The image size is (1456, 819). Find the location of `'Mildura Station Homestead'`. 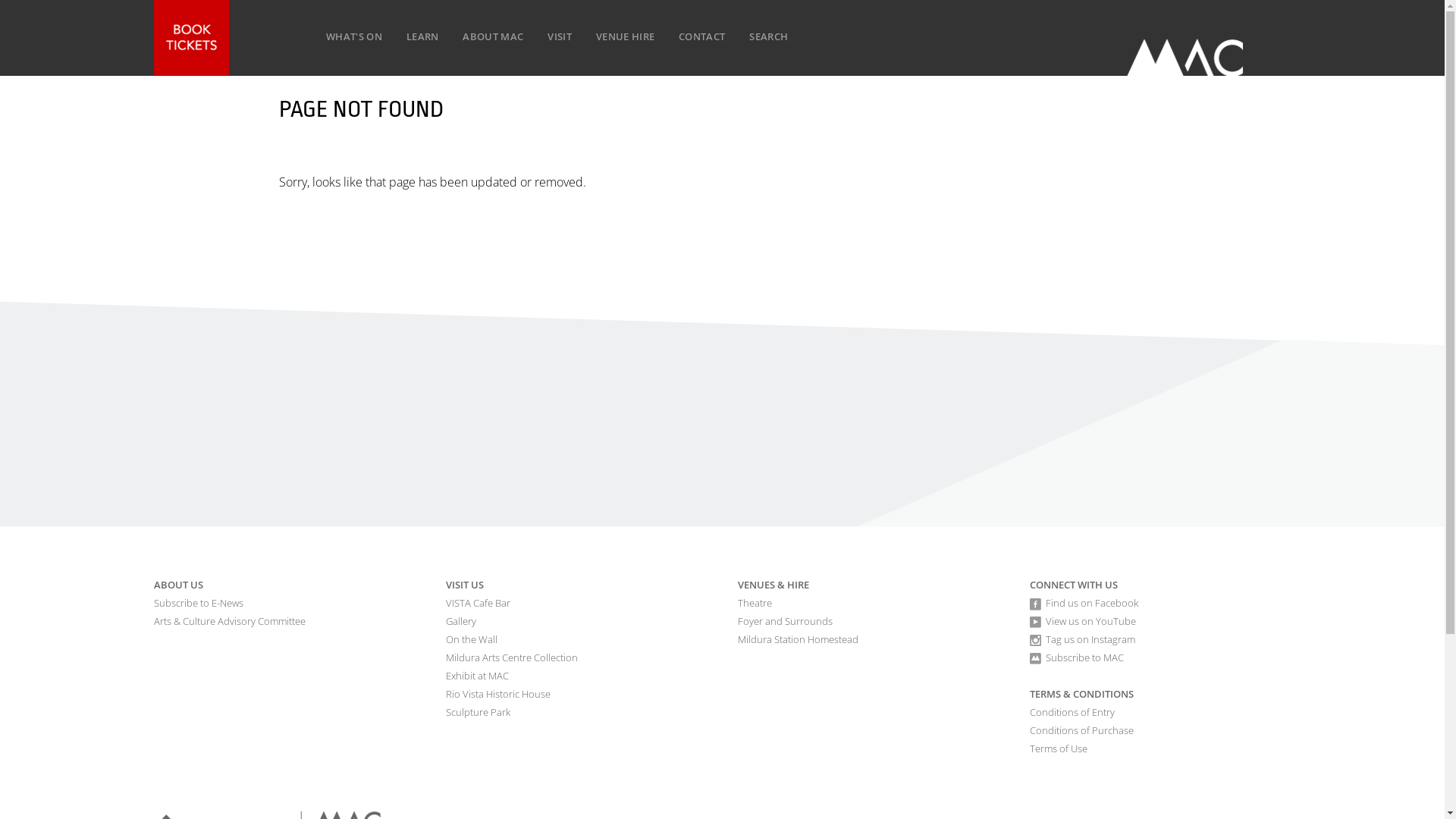

'Mildura Station Homestead' is located at coordinates (796, 639).